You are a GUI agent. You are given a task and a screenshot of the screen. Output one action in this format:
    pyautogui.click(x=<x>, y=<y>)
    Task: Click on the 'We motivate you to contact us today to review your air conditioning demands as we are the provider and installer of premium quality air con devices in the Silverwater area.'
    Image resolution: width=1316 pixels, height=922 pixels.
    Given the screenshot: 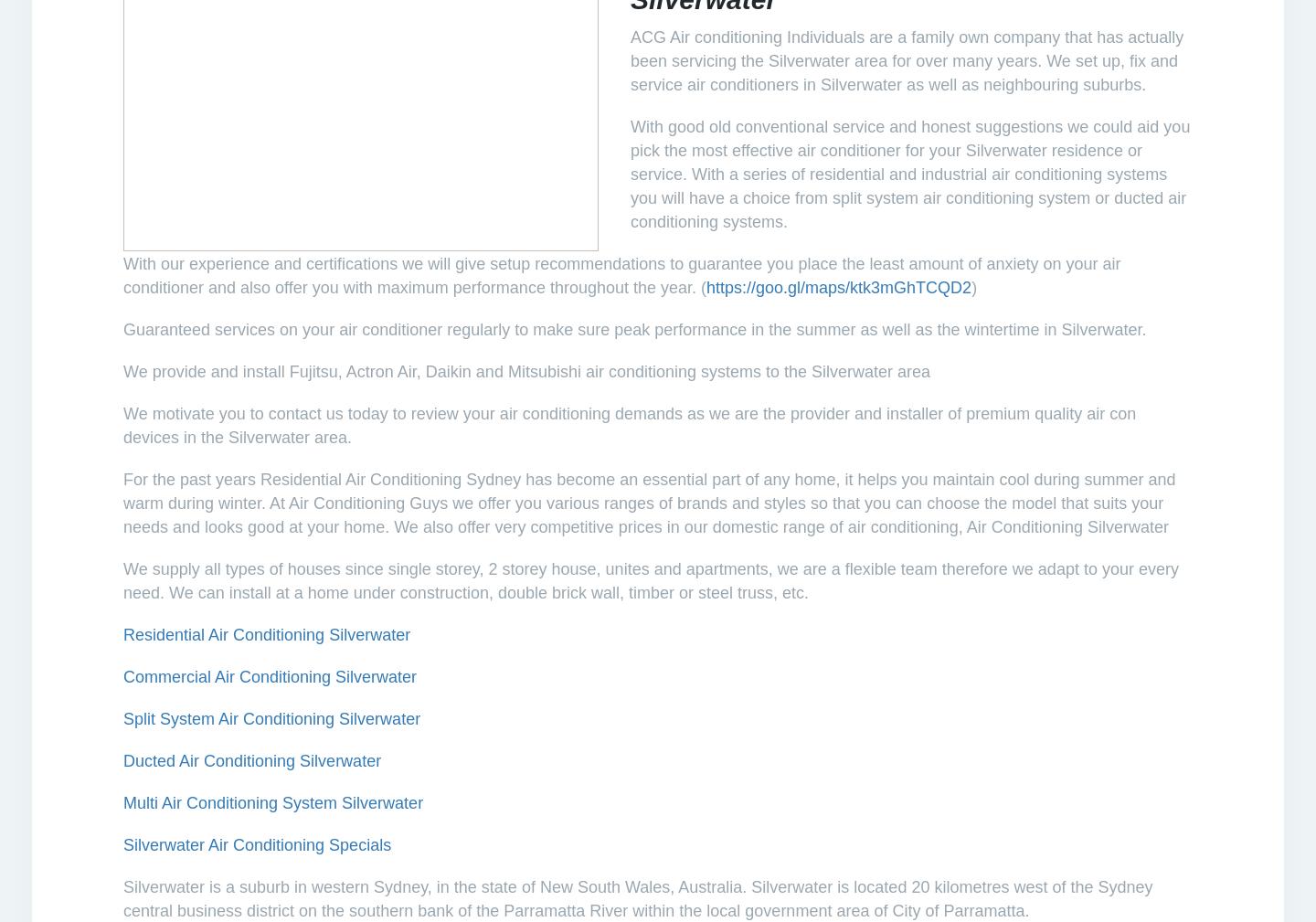 What is the action you would take?
    pyautogui.click(x=630, y=424)
    